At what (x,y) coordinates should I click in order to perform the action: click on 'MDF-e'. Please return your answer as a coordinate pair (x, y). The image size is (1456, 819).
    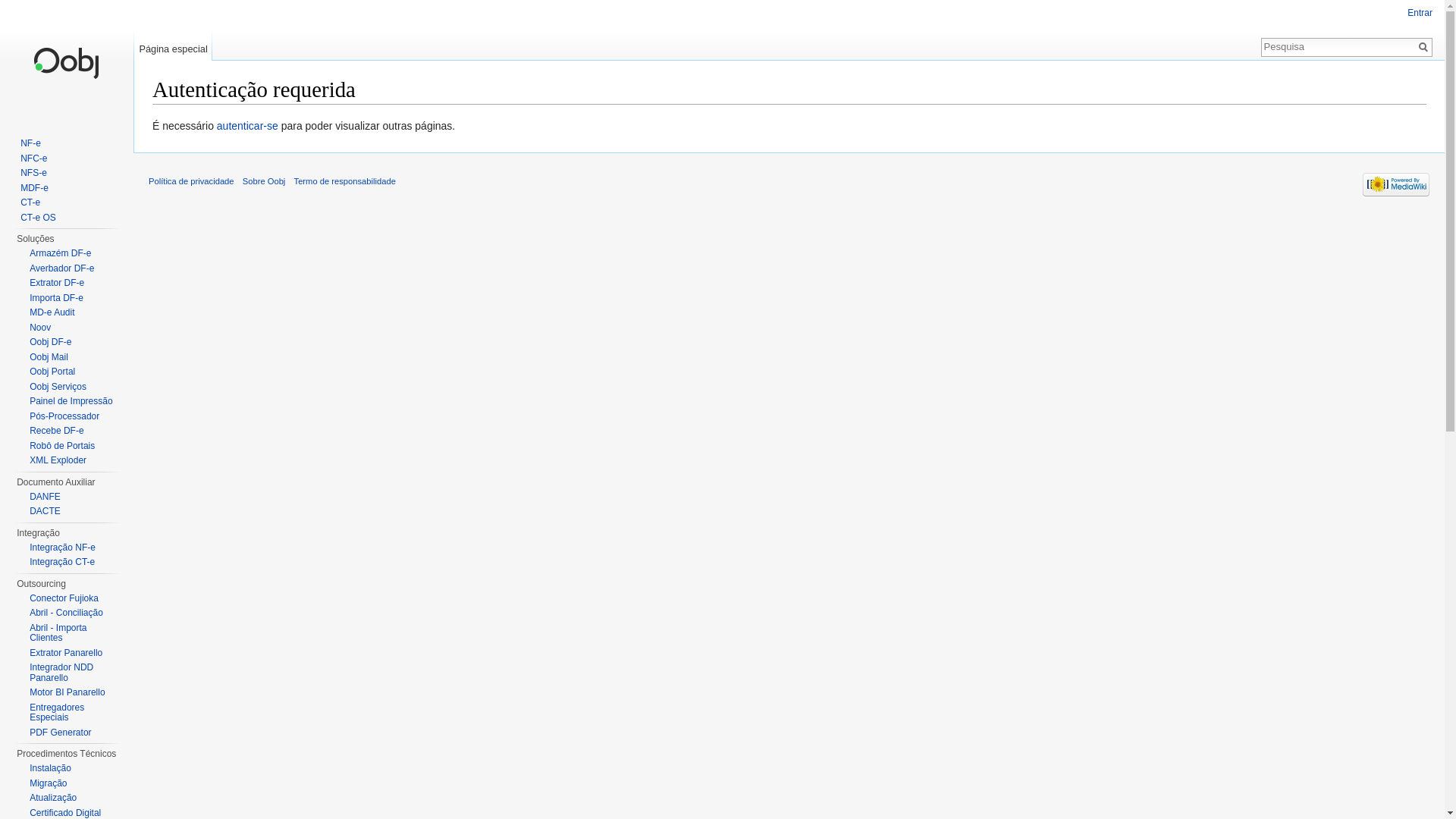
    Looking at the image, I should click on (34, 186).